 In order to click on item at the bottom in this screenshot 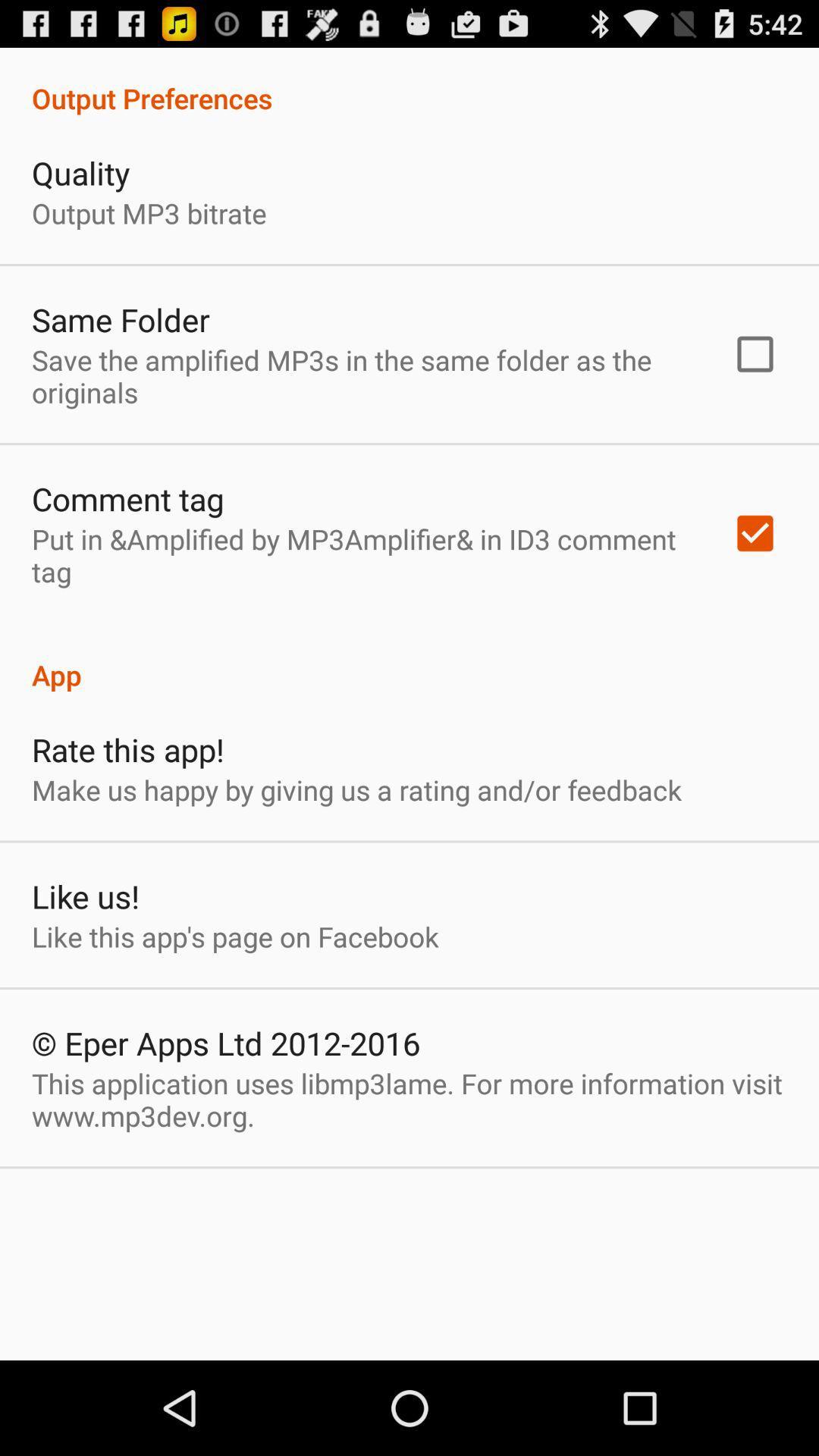, I will do `click(409, 1100)`.